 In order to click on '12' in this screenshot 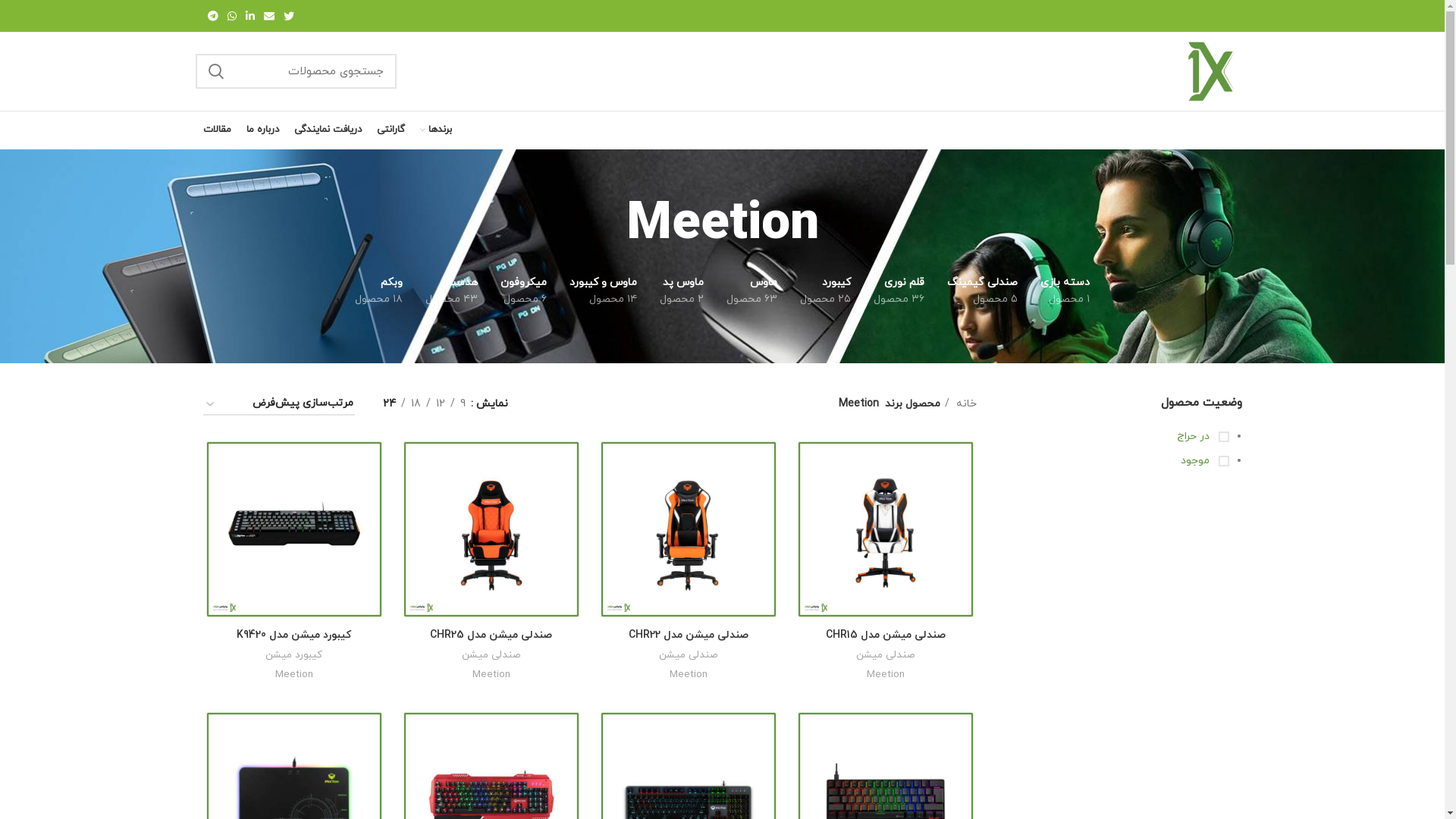, I will do `click(439, 403)`.